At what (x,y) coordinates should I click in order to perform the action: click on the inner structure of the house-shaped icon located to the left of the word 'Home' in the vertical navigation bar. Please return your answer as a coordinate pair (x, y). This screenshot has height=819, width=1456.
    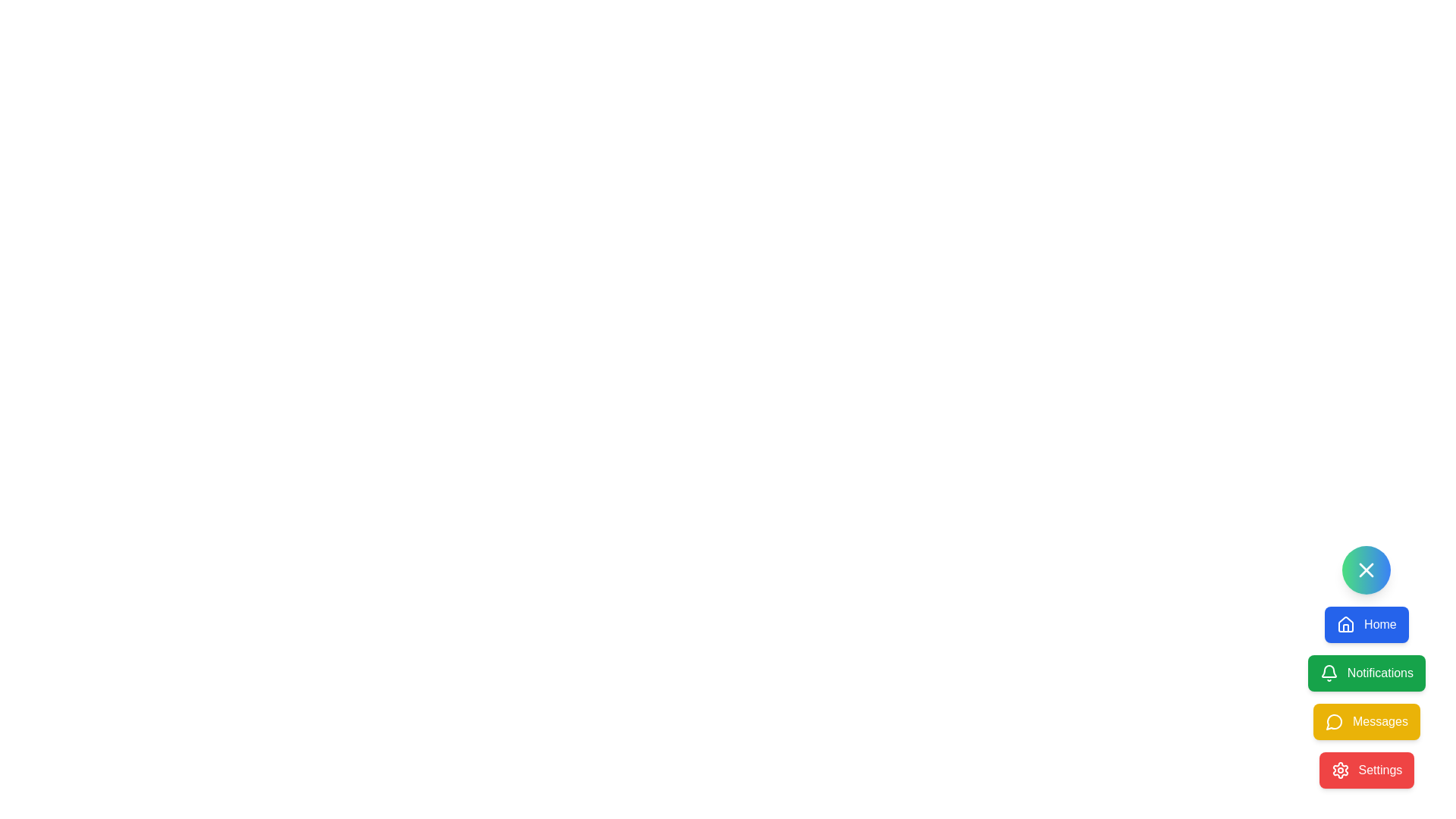
    Looking at the image, I should click on (1346, 628).